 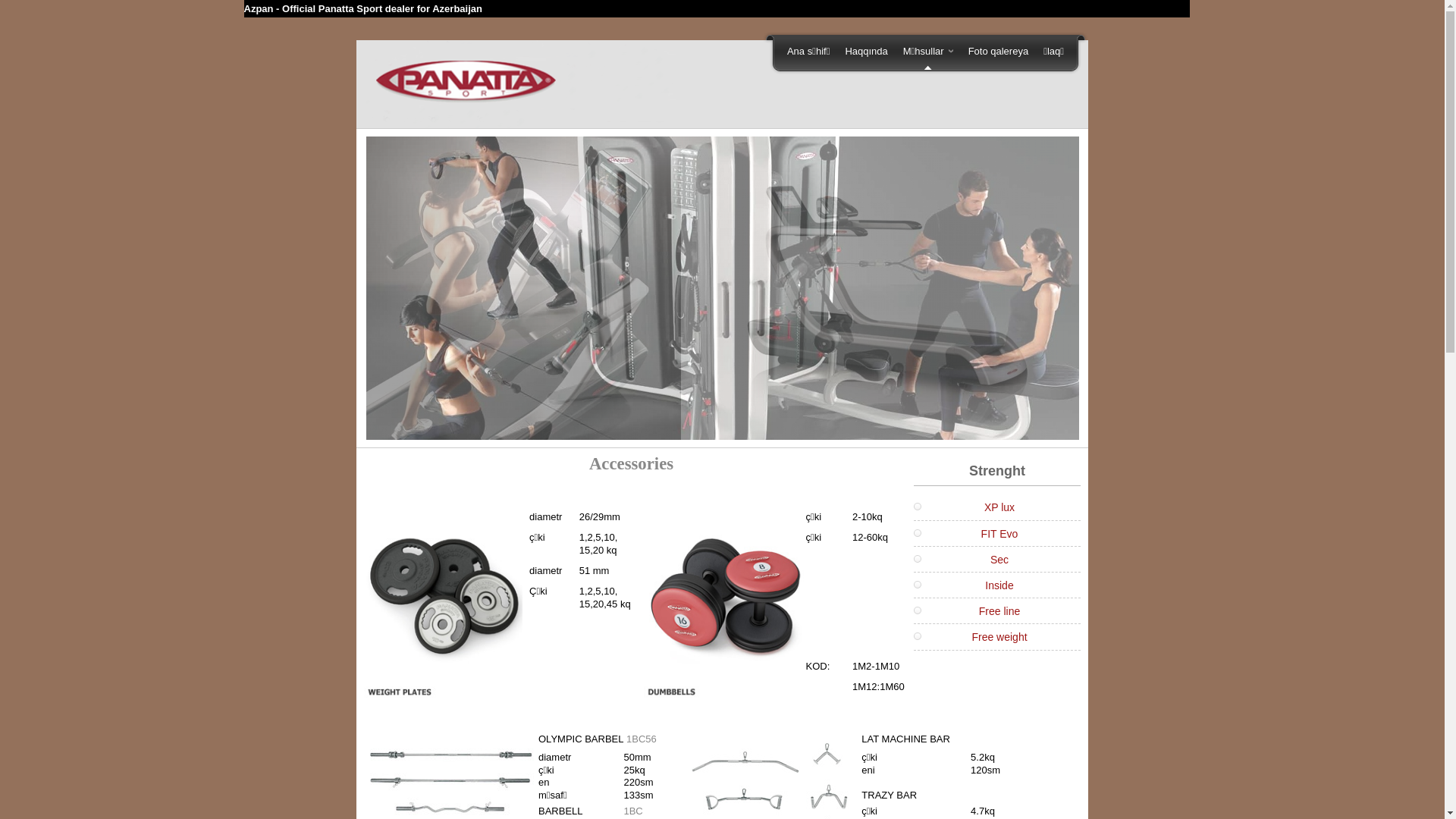 I want to click on 'Inside', so click(x=985, y=584).